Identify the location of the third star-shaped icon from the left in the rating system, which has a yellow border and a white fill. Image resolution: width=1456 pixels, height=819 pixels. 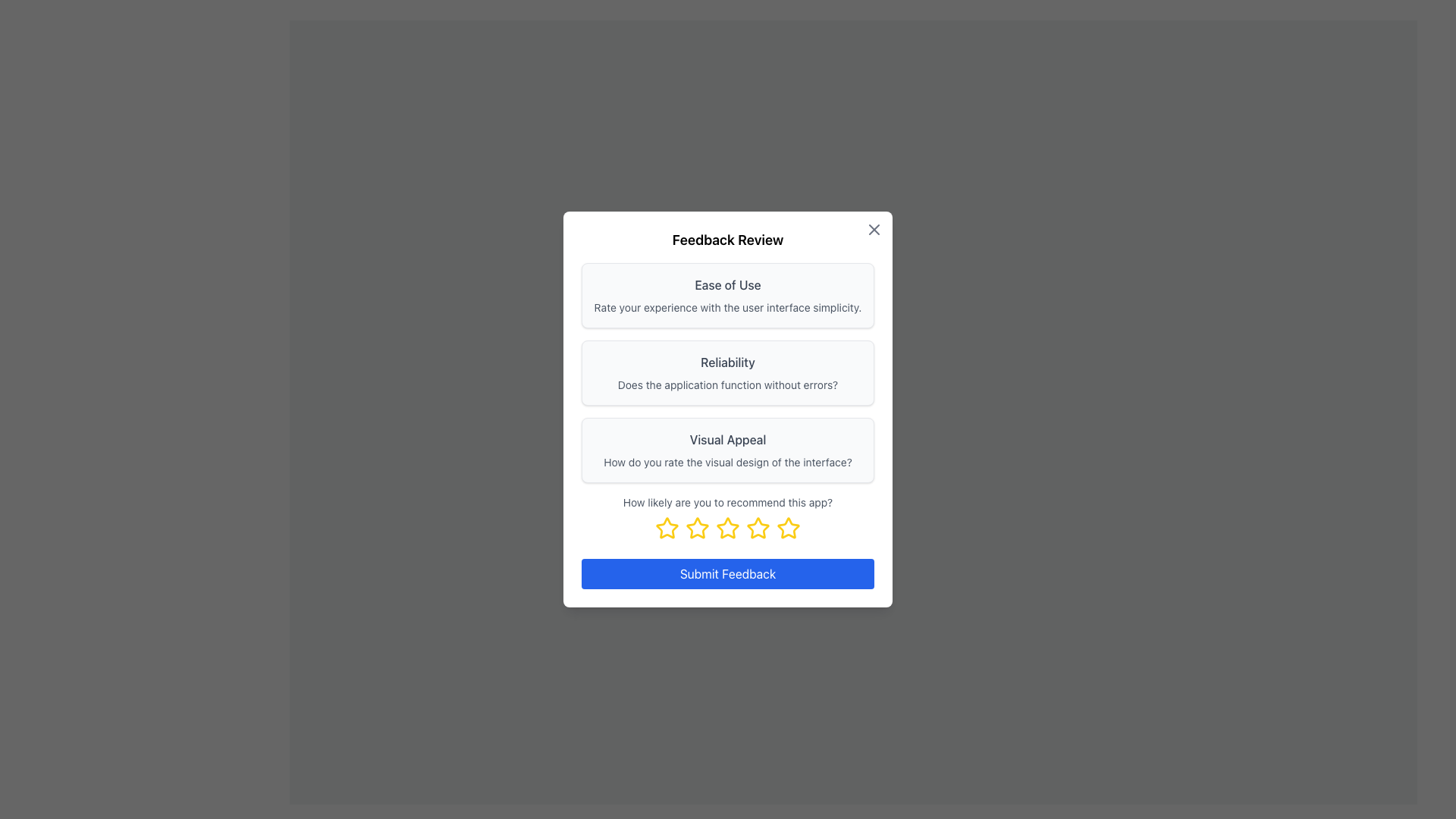
(728, 527).